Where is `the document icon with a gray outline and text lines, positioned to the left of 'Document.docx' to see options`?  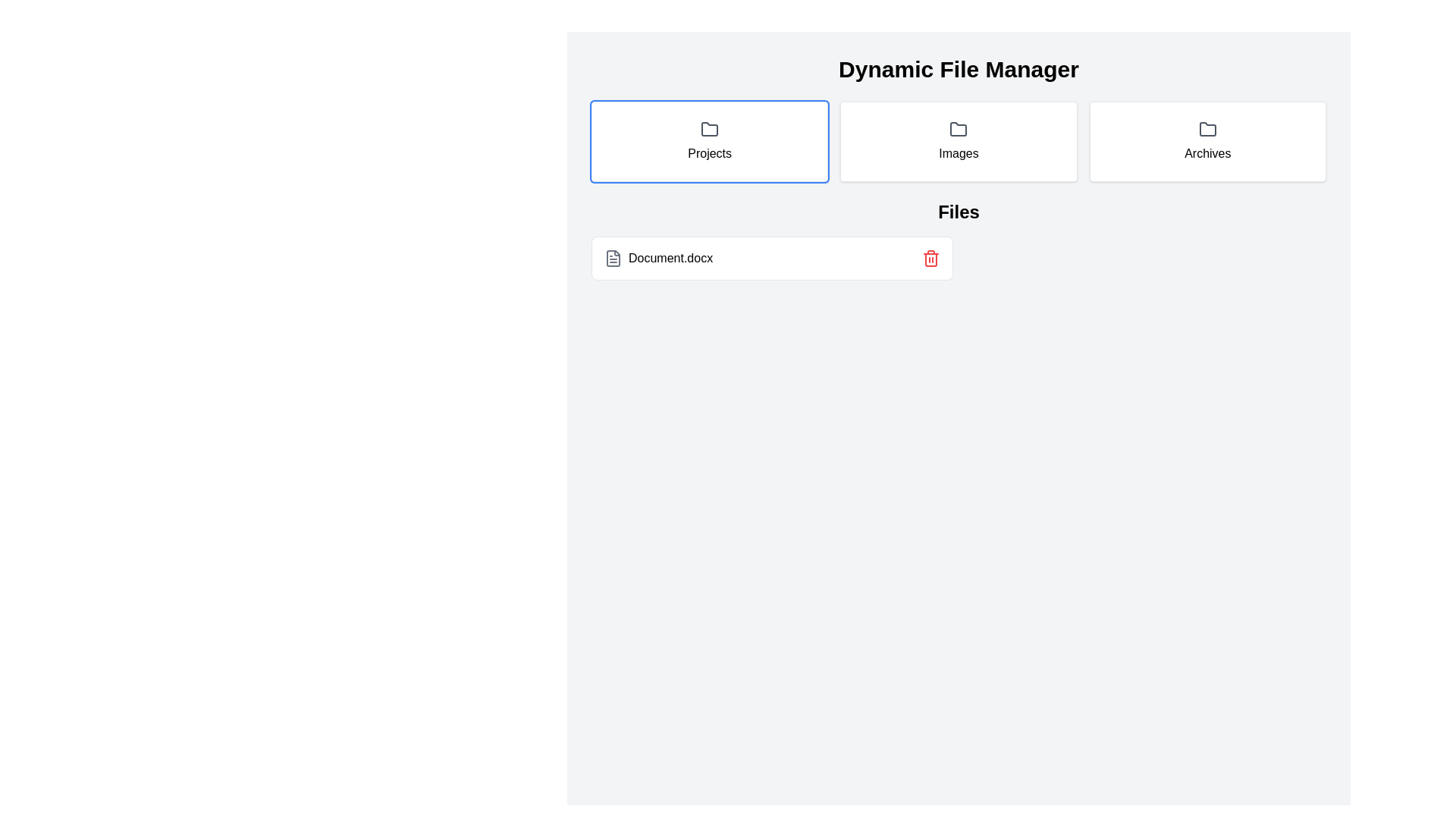
the document icon with a gray outline and text lines, positioned to the left of 'Document.docx' to see options is located at coordinates (613, 257).